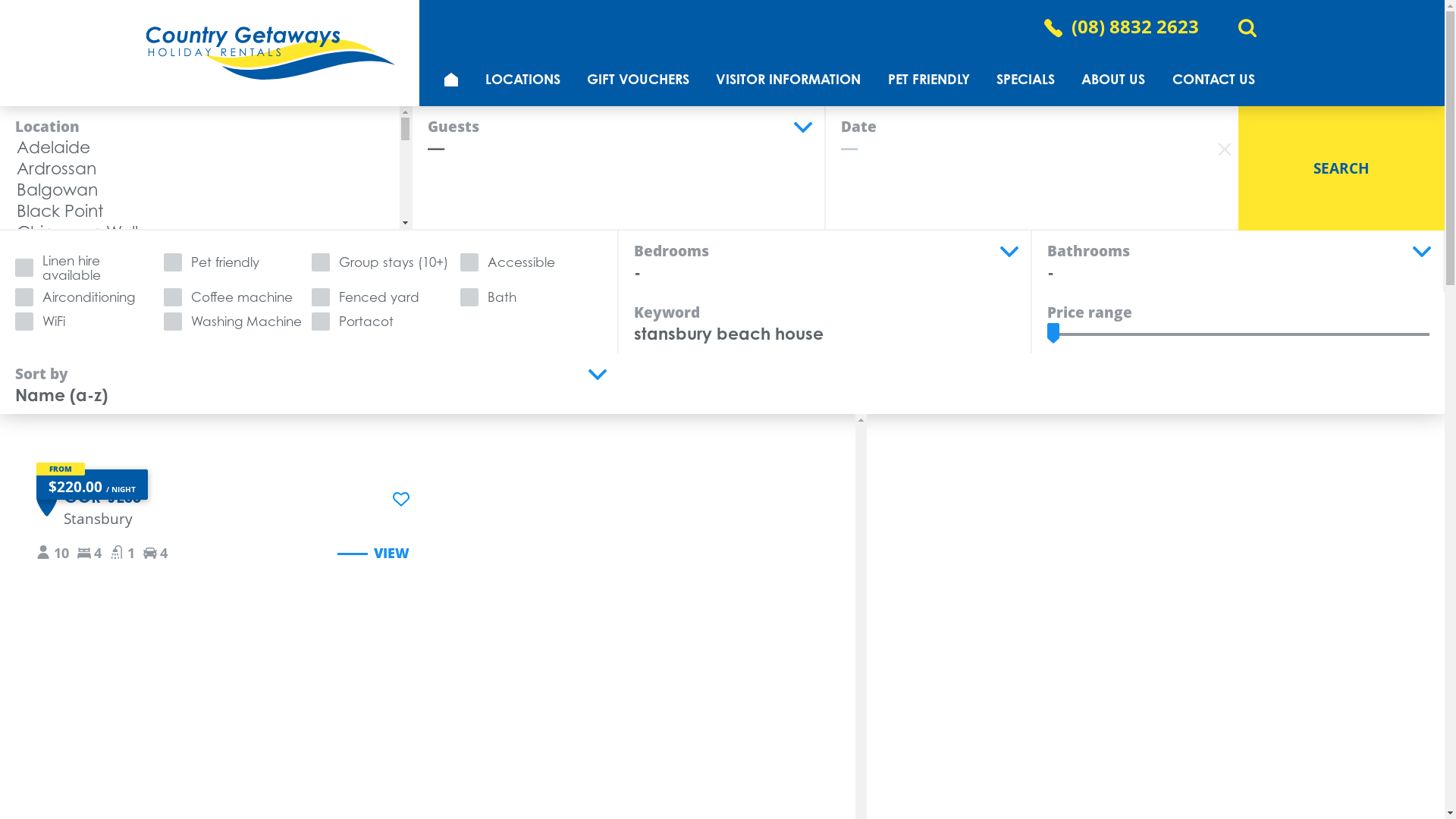 Image resolution: width=1456 pixels, height=819 pixels. What do you see at coordinates (1157, 79) in the screenshot?
I see `'CONTACT US'` at bounding box center [1157, 79].